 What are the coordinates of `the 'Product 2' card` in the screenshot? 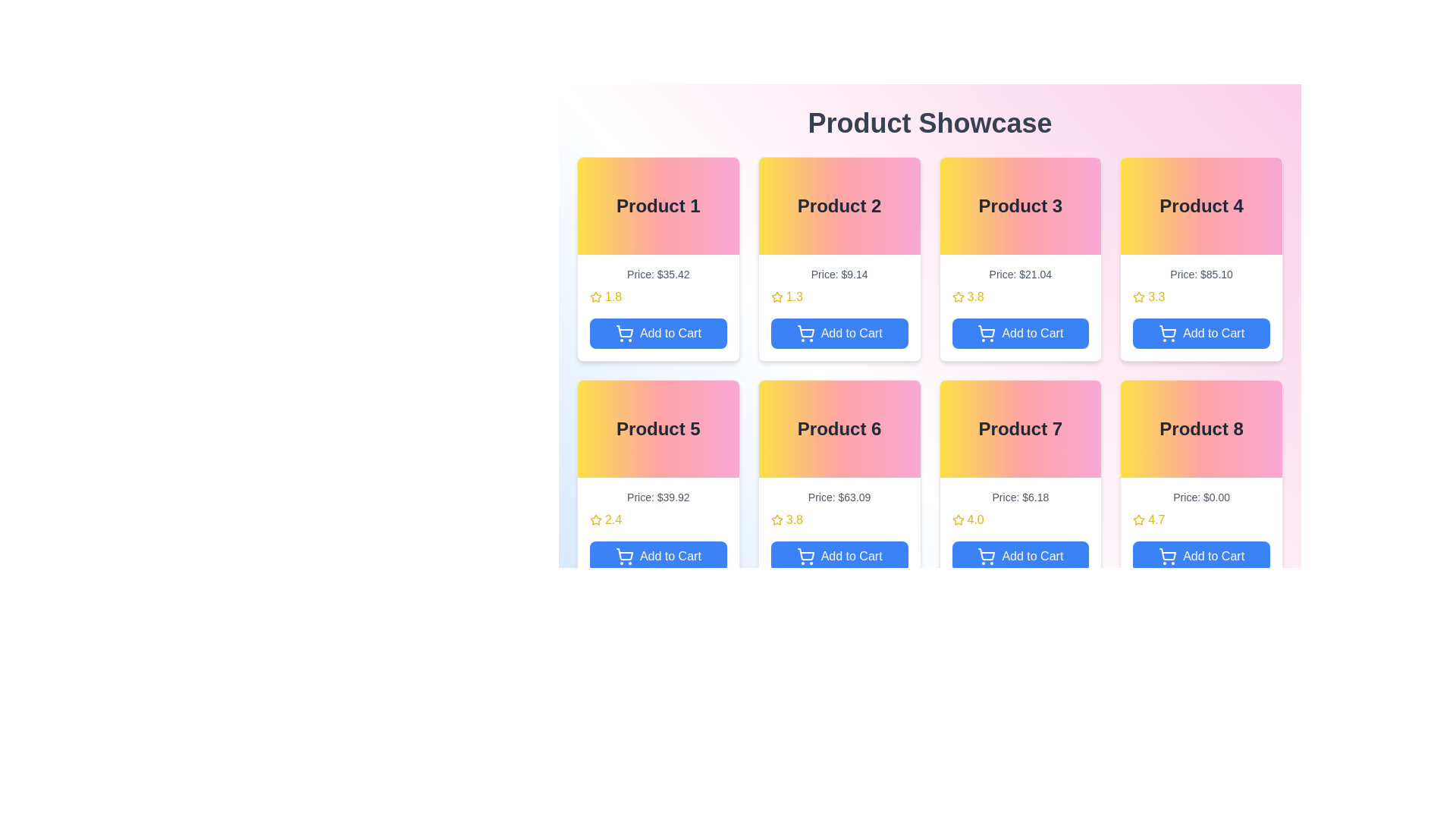 It's located at (839, 259).